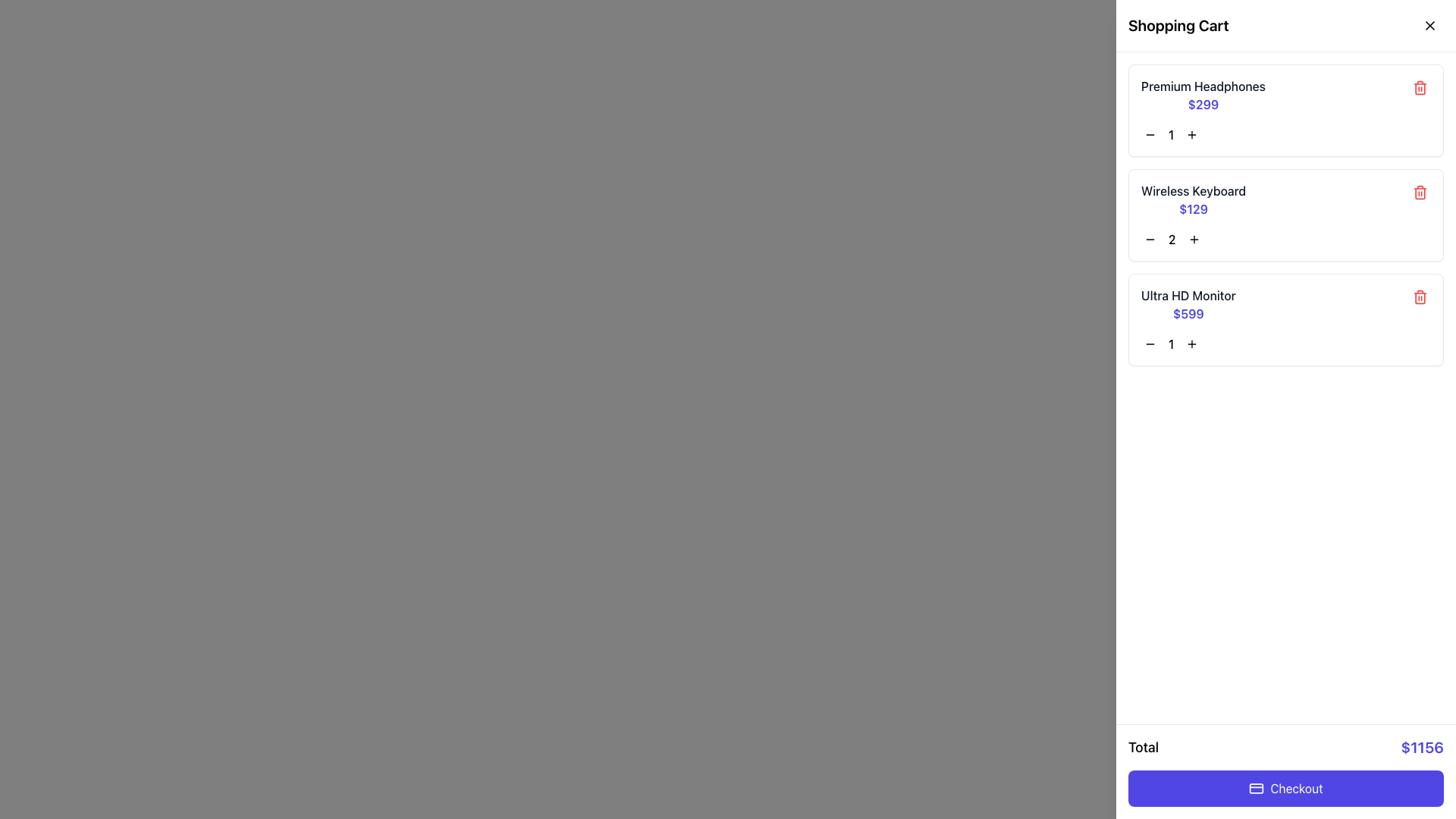 Image resolution: width=1456 pixels, height=819 pixels. Describe the element at coordinates (1150, 133) in the screenshot. I see `the minus-symbol icon, which serves as a decrement control for reducing the quantity of the first cart item in the shopping cart` at that location.